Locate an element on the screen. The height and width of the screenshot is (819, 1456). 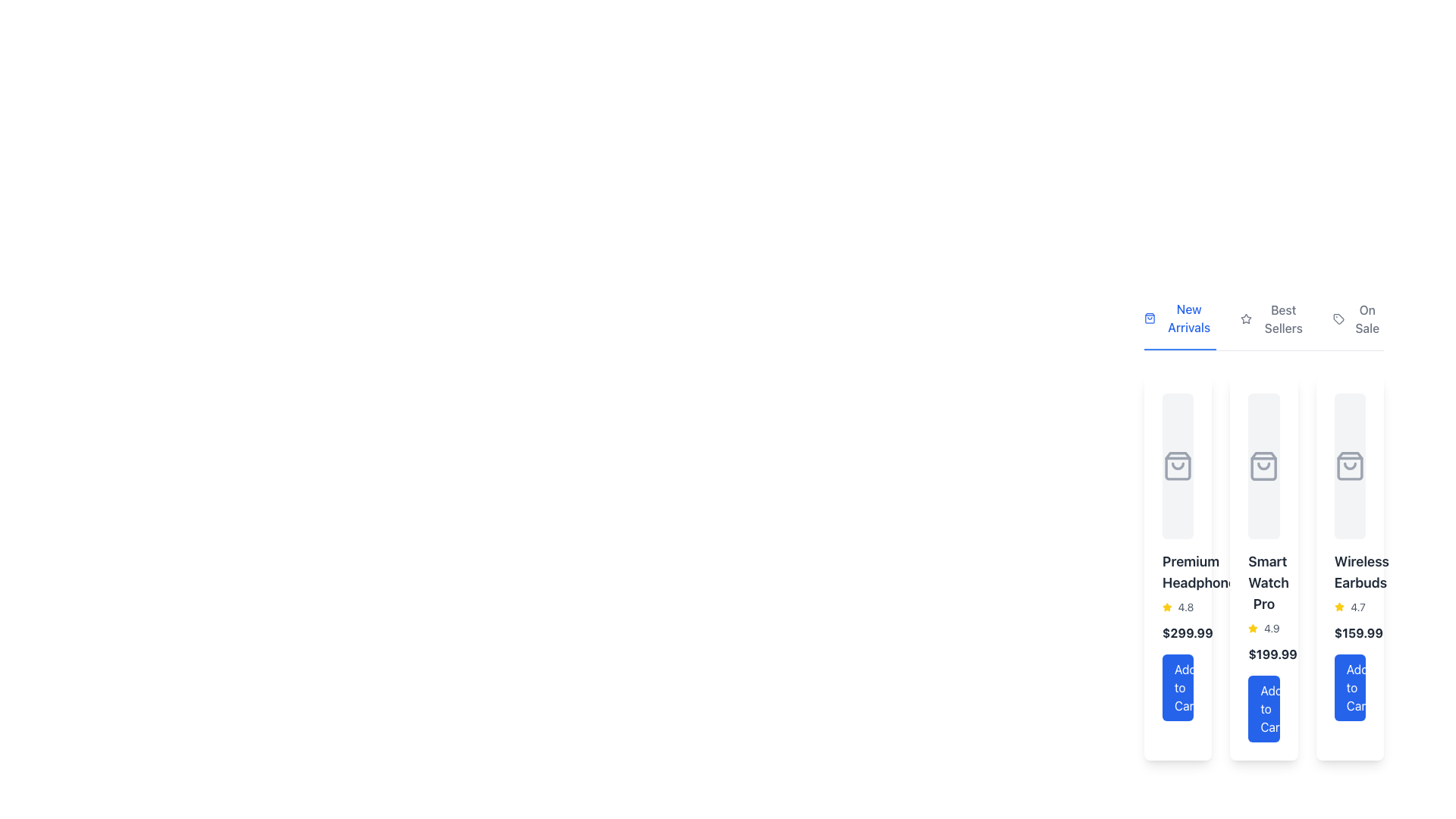
the numerical value '4.9' displayed in gray font, which is part of the rating display for the 'Smart Watch Pro' product, positioned next to a yellow star icon is located at coordinates (1272, 629).